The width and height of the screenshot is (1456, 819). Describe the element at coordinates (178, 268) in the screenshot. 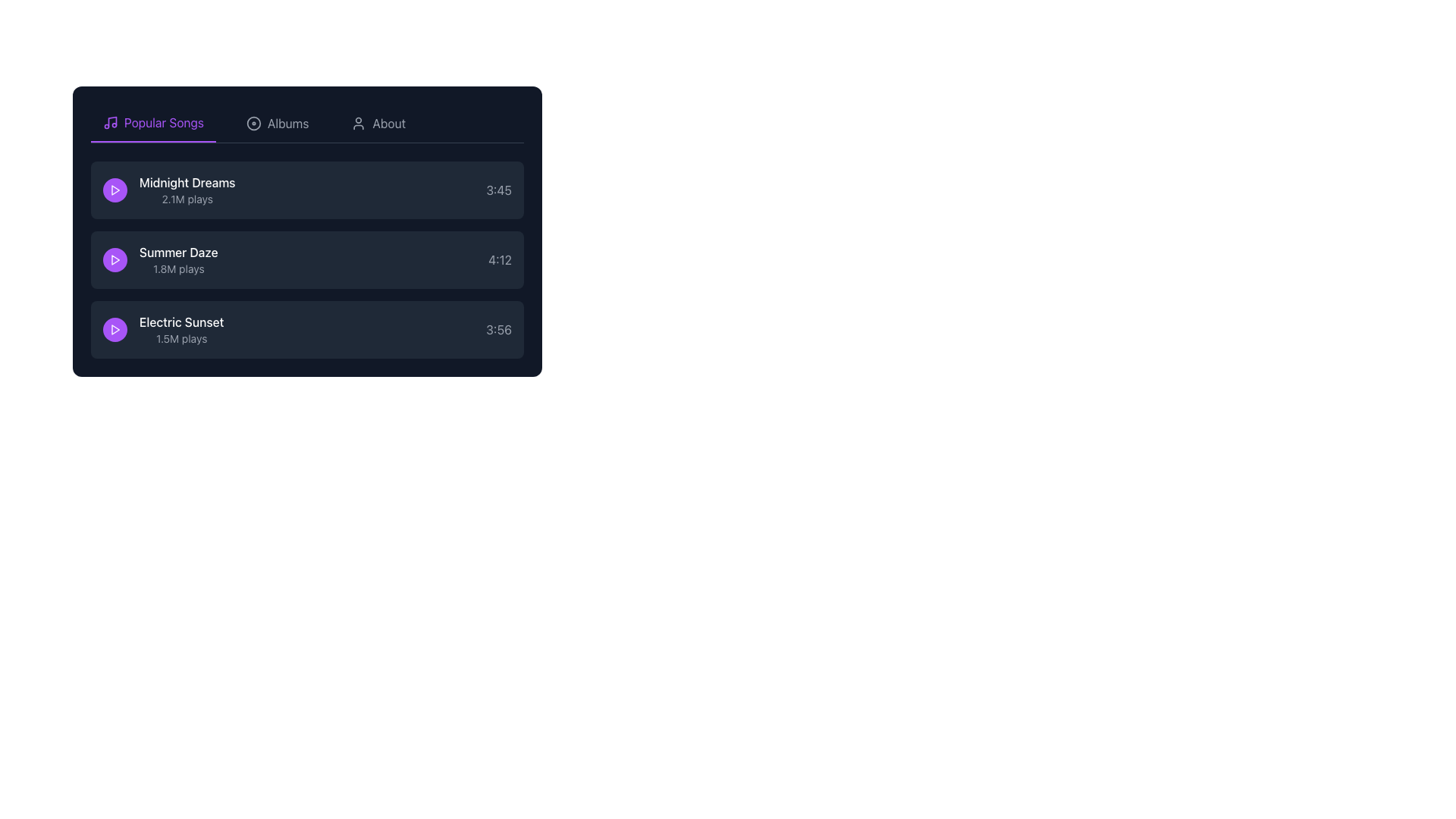

I see `the text label displaying '1.8M plays' located below the title 'Summer Daze' in the second row of the 'Popular Songs' interface` at that location.